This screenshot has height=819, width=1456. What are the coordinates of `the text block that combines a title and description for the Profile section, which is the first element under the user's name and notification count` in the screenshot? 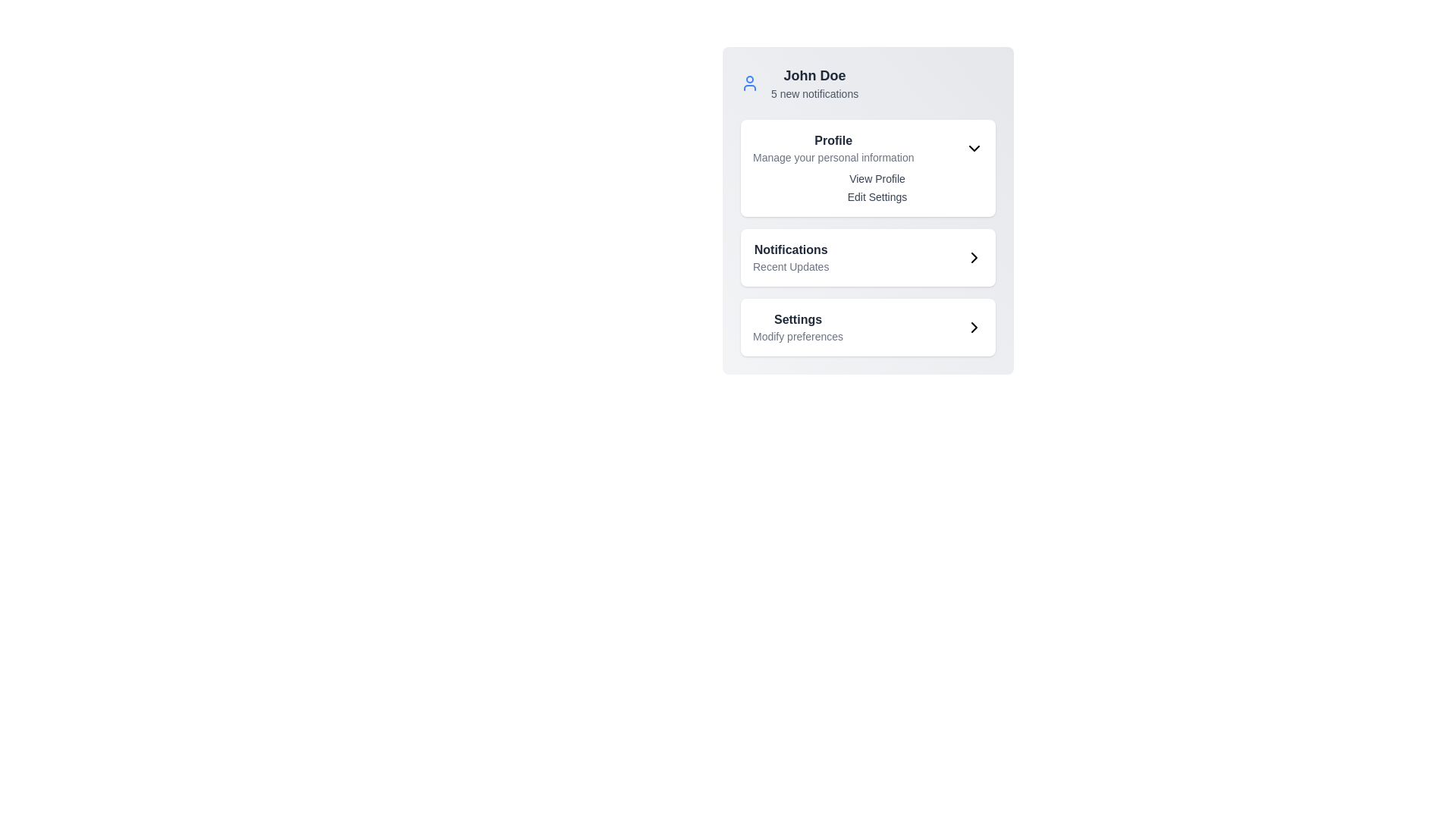 It's located at (833, 149).